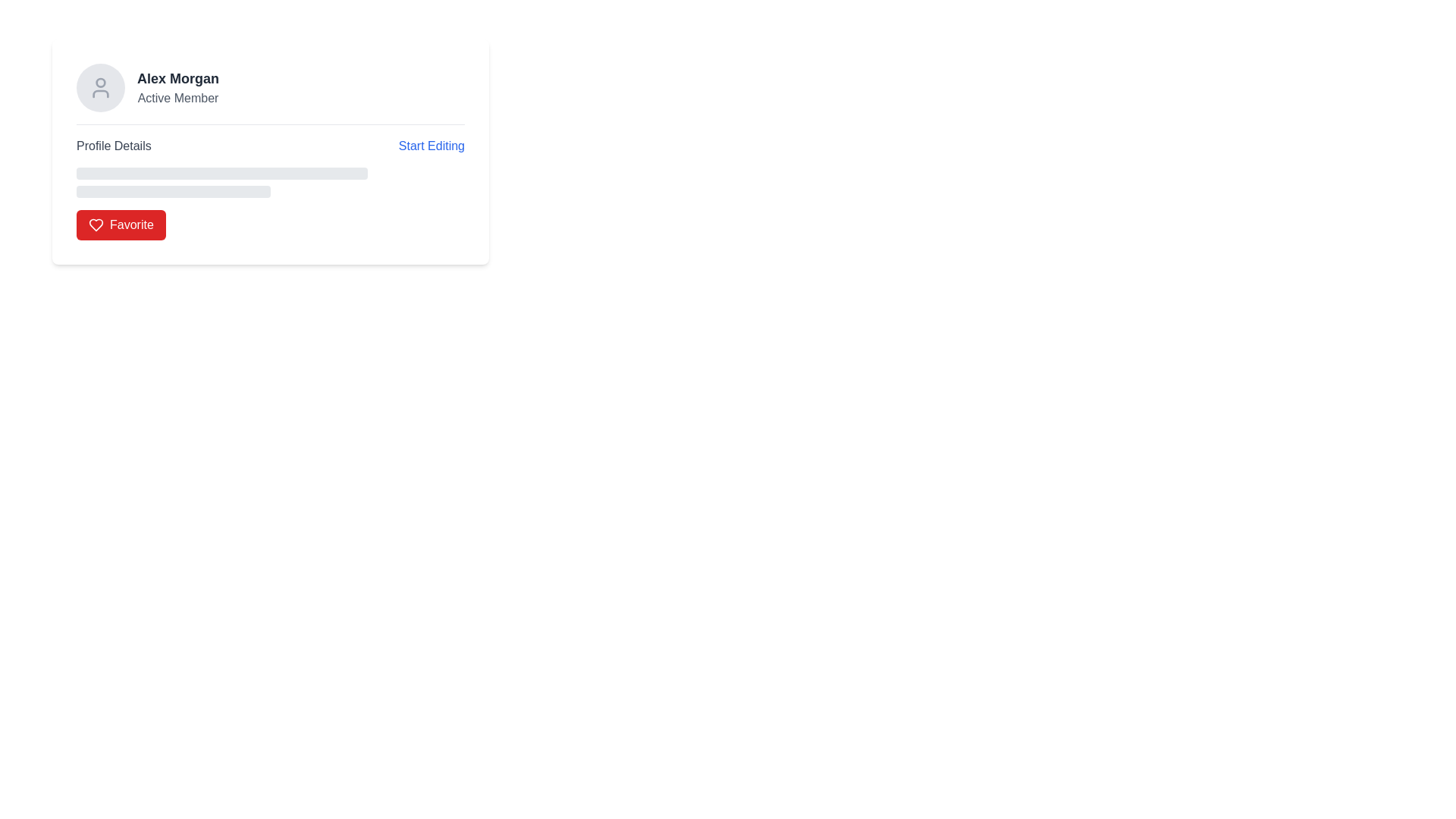  Describe the element at coordinates (100, 87) in the screenshot. I see `the user profile silhouette icon within the circular frame, located at the top-left of the user profile card` at that location.